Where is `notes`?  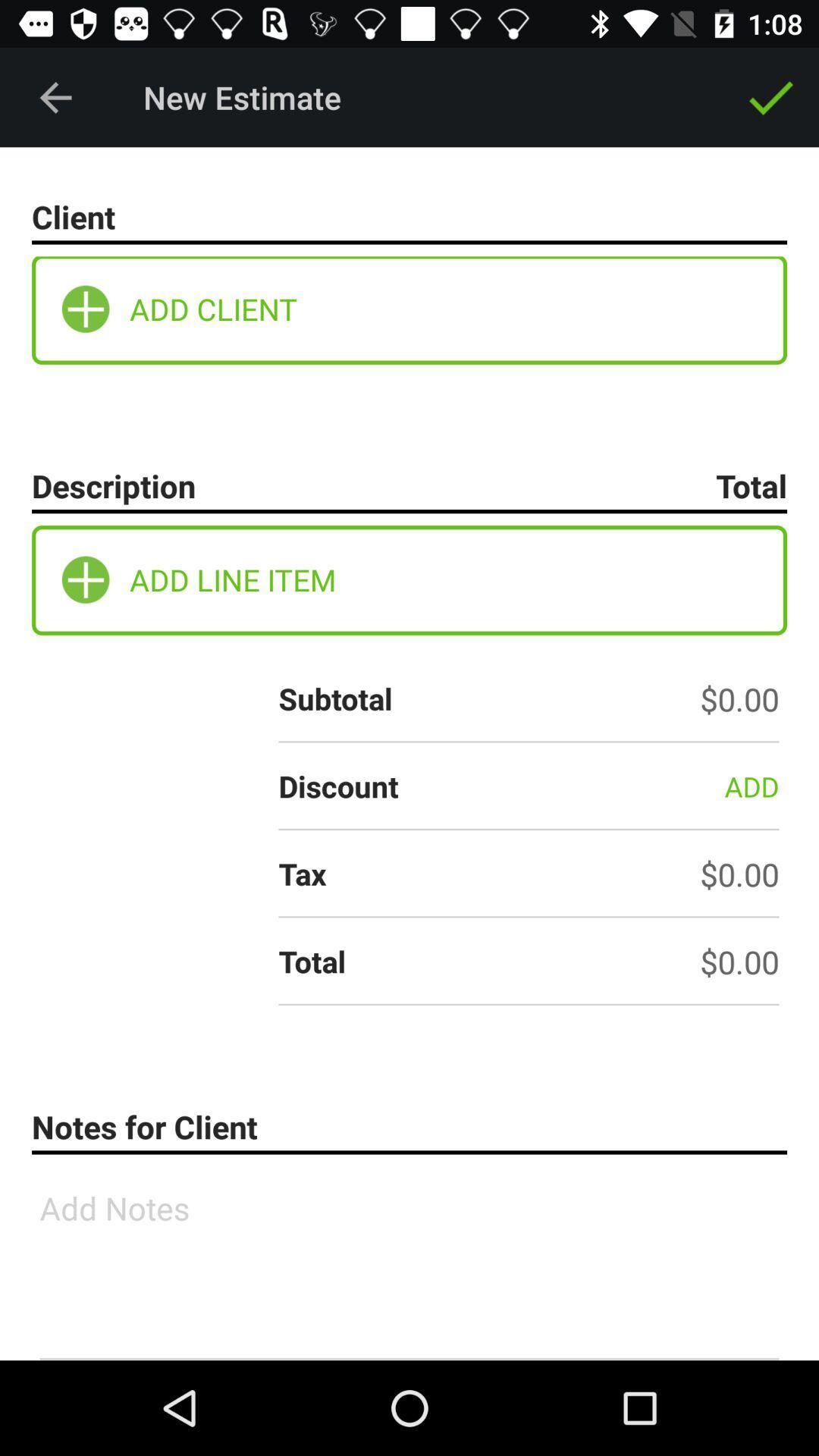 notes is located at coordinates (409, 1263).